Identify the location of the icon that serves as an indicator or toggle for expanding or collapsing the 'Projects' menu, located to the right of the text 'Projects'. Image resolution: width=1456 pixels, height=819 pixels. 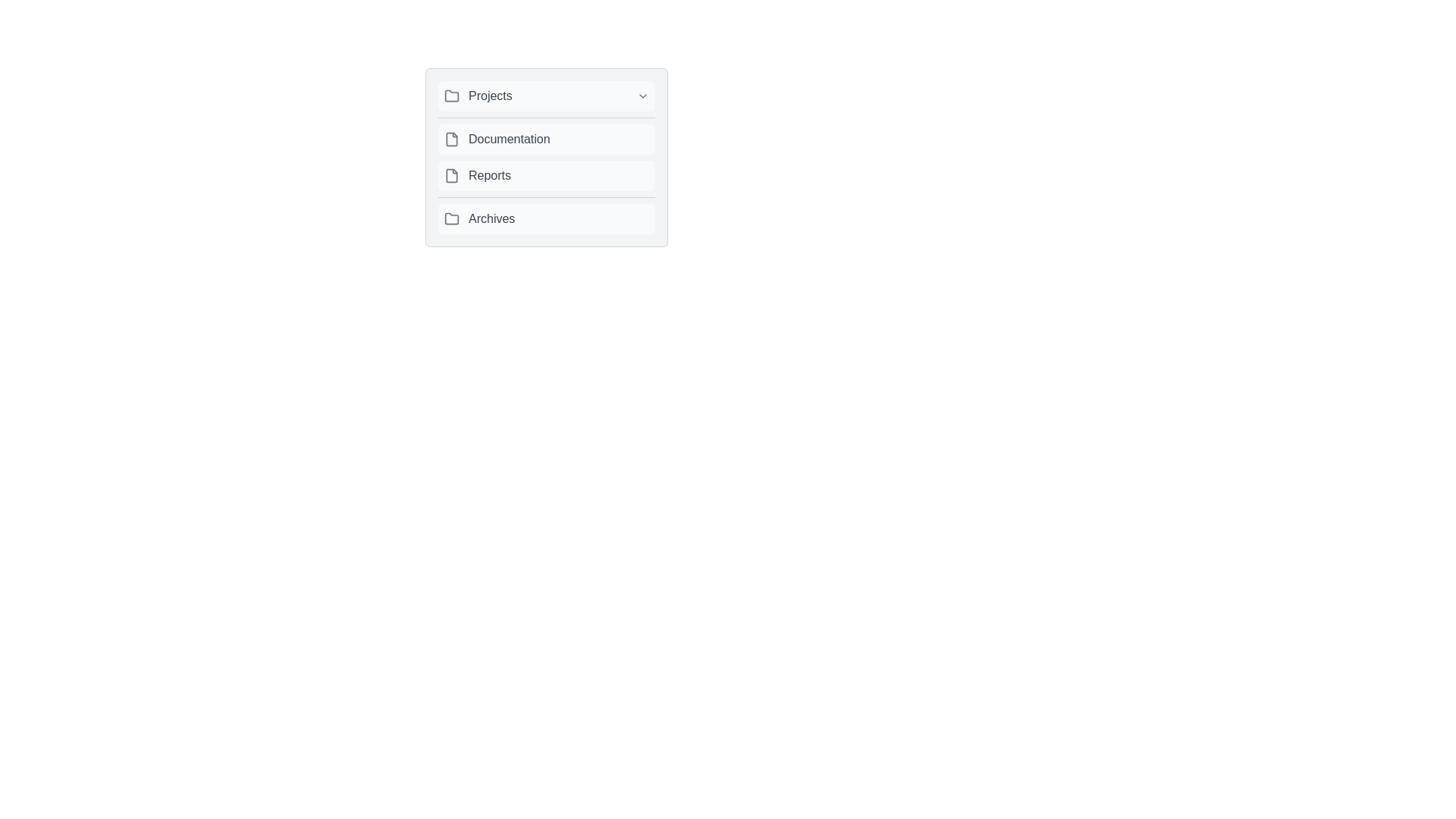
(643, 96).